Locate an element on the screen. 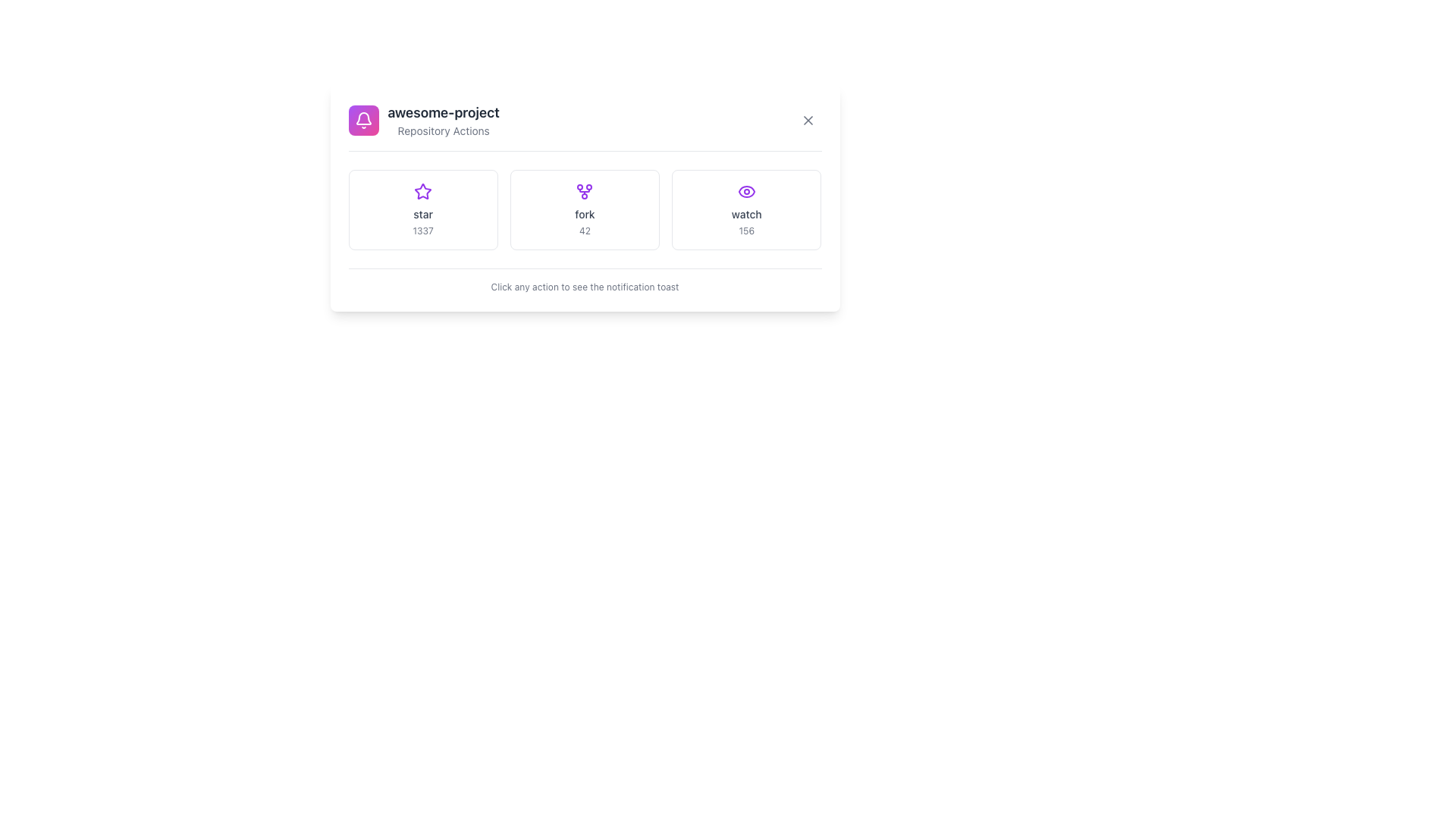 This screenshot has height=819, width=1456. the close button located at the upper-right corner of the white card layout is located at coordinates (807, 119).